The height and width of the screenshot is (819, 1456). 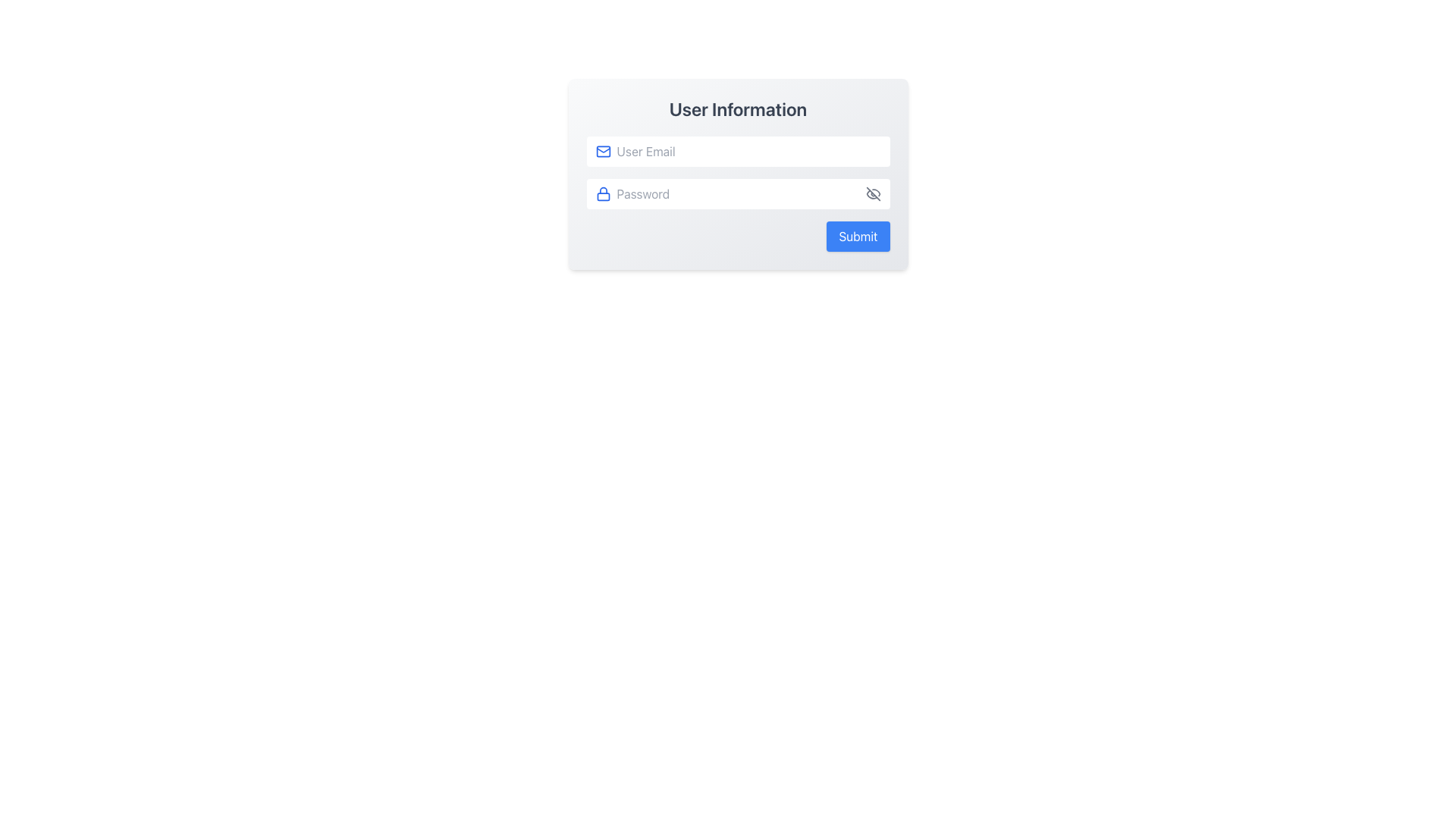 What do you see at coordinates (602, 196) in the screenshot?
I see `the base of the lock icon that indicates restricted access, located to the left of the 'Password' input field` at bounding box center [602, 196].